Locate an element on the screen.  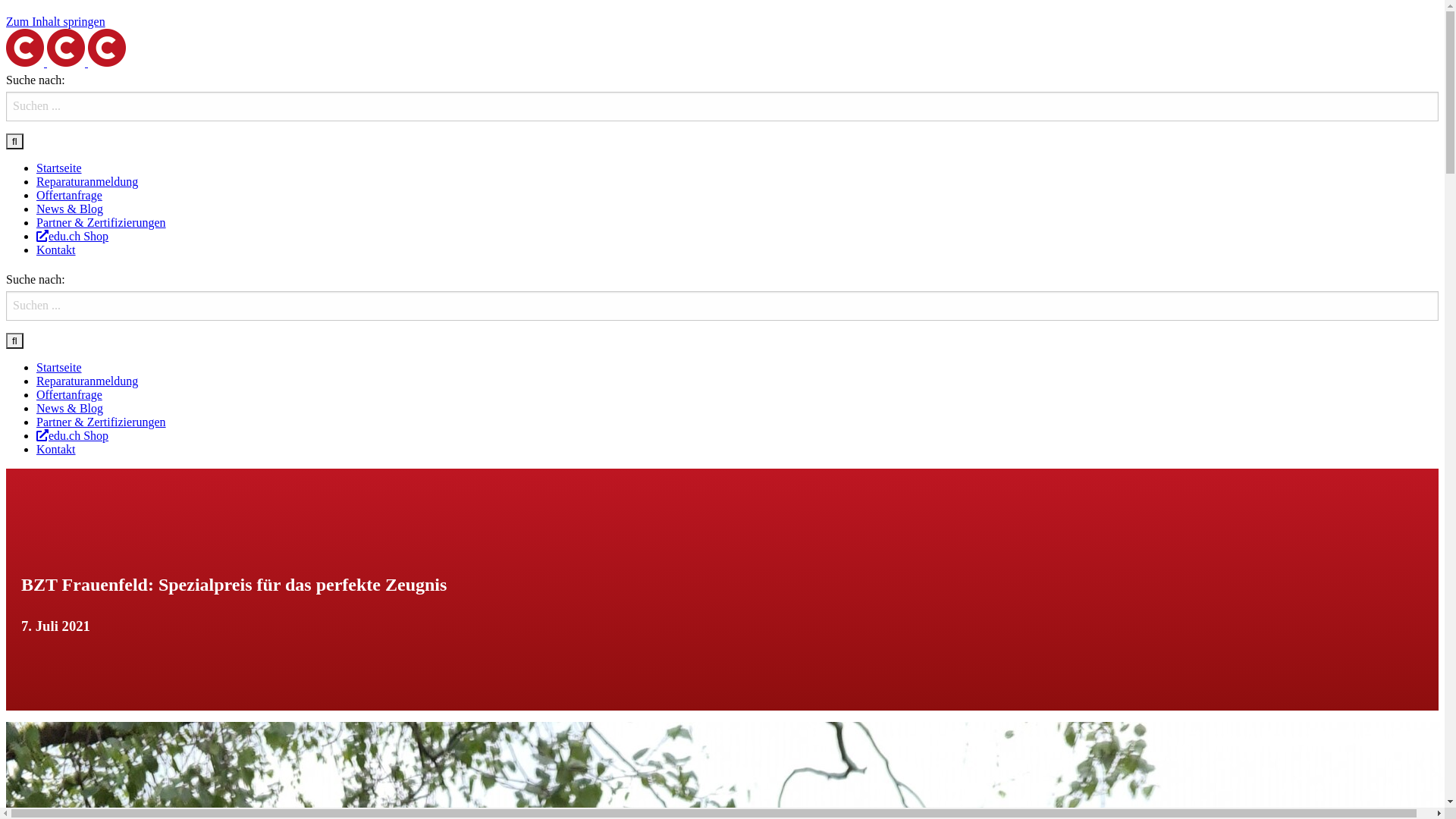
'Zum Inhalt springen' is located at coordinates (55, 21).